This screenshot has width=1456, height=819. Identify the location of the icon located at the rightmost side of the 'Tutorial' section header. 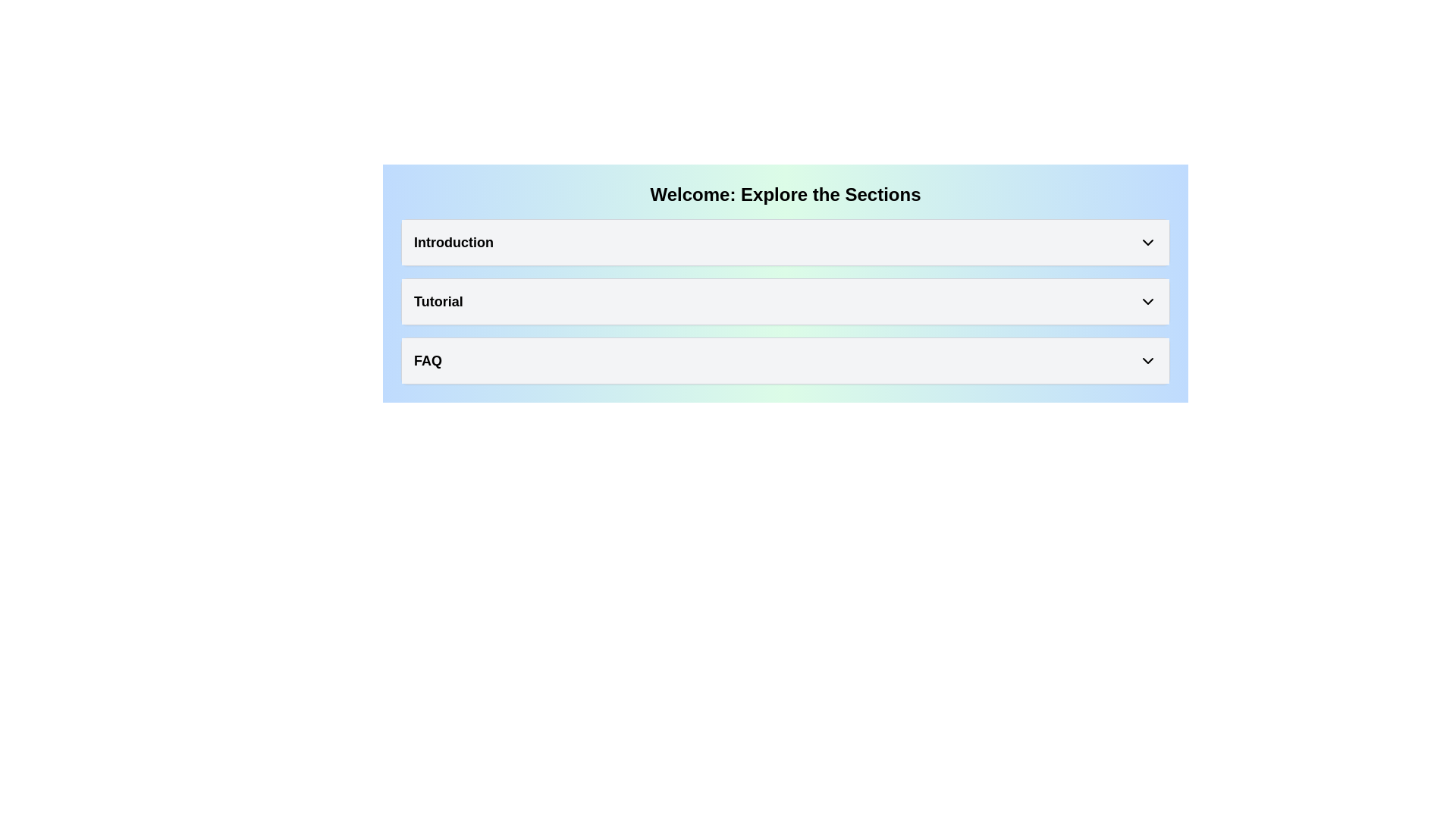
(1147, 301).